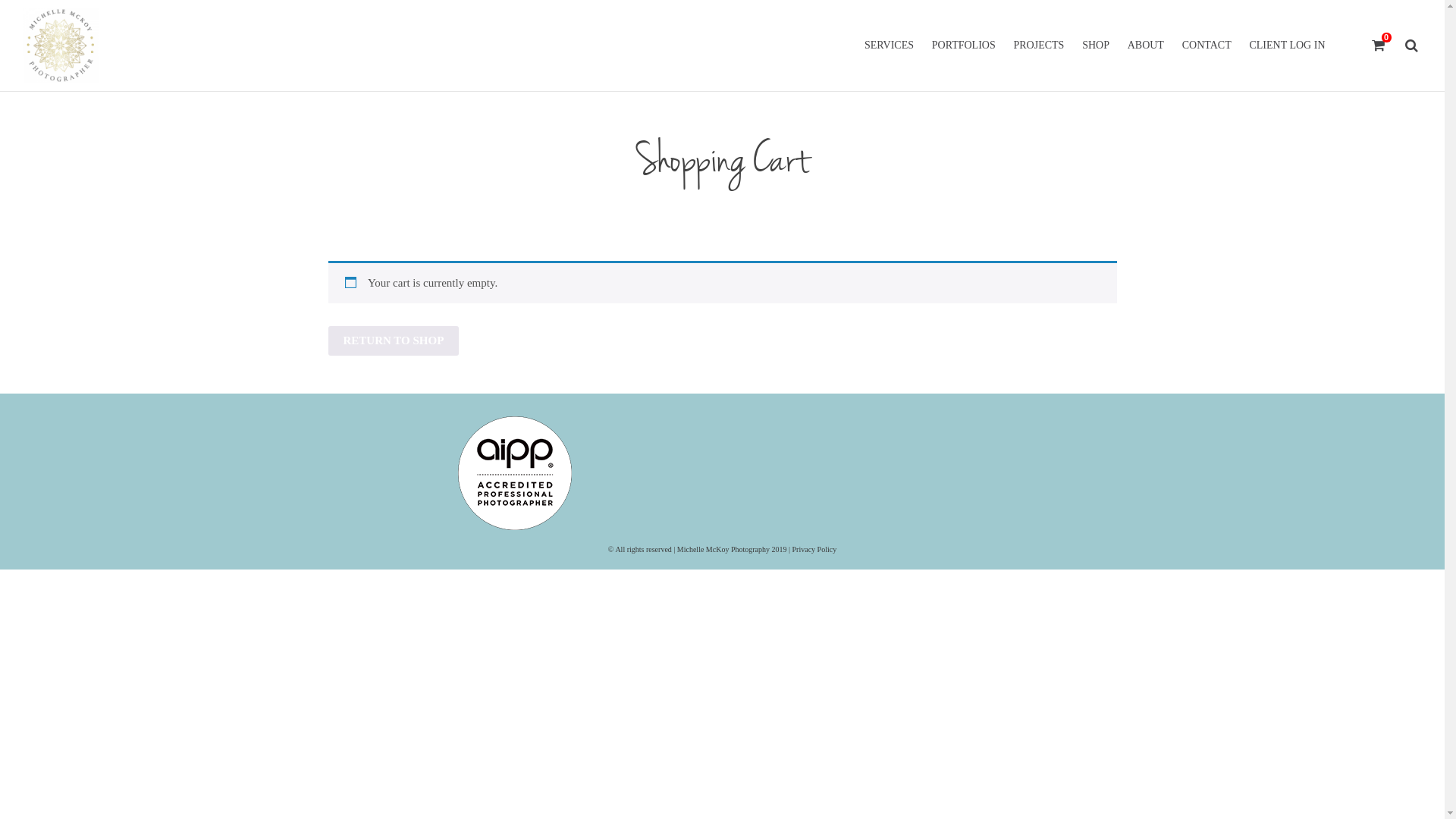 The width and height of the screenshot is (1456, 819). What do you see at coordinates (393, 340) in the screenshot?
I see `'RETURN TO SHOP'` at bounding box center [393, 340].